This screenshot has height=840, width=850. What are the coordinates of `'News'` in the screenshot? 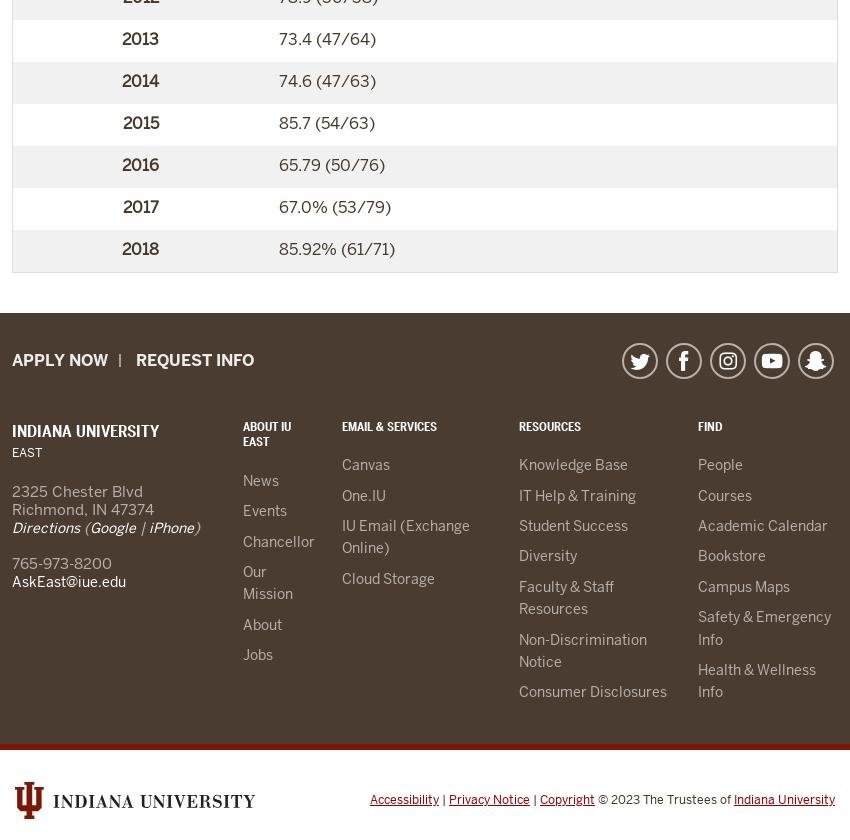 It's located at (259, 479).